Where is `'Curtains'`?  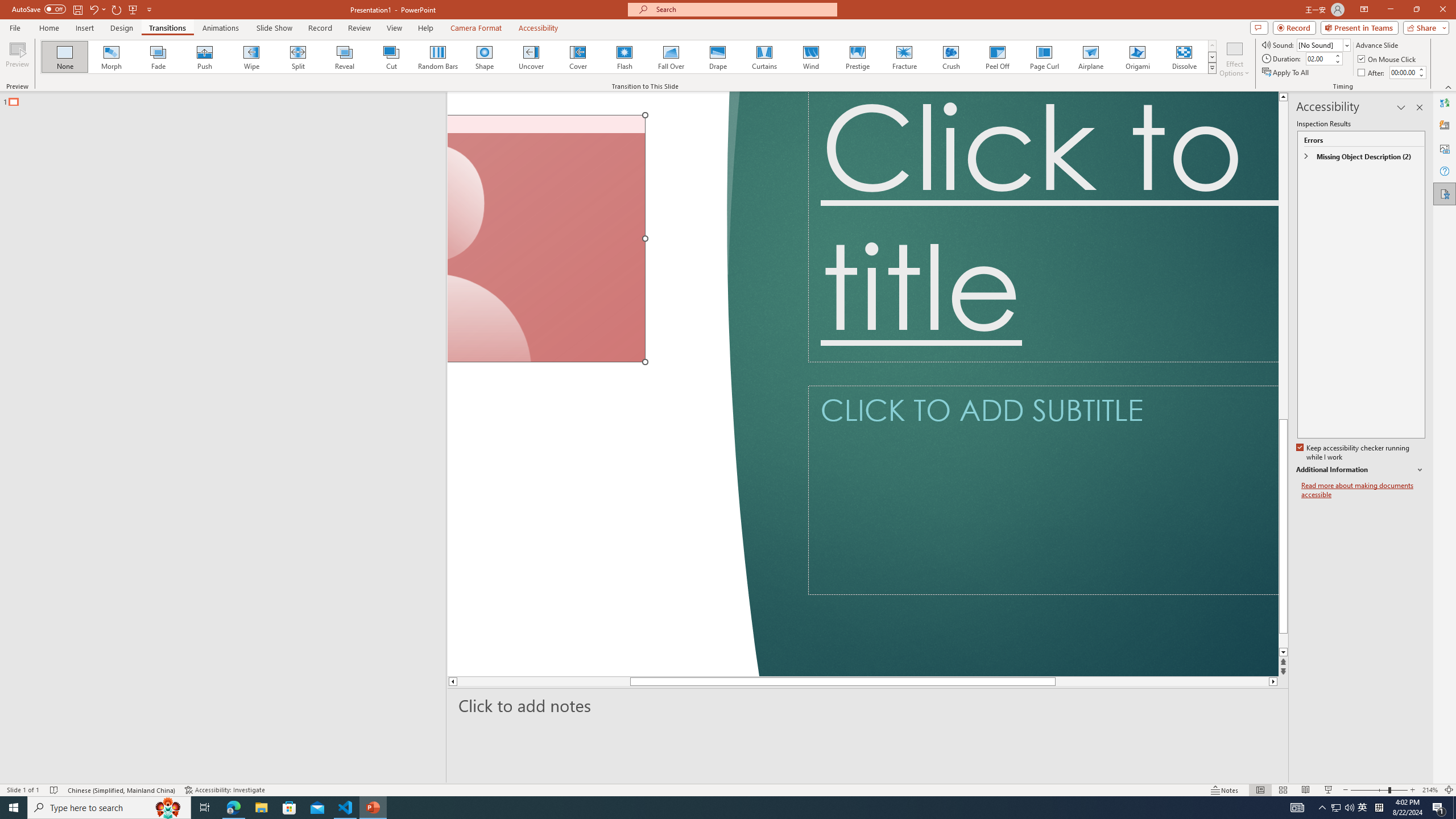 'Curtains' is located at coordinates (764, 56).